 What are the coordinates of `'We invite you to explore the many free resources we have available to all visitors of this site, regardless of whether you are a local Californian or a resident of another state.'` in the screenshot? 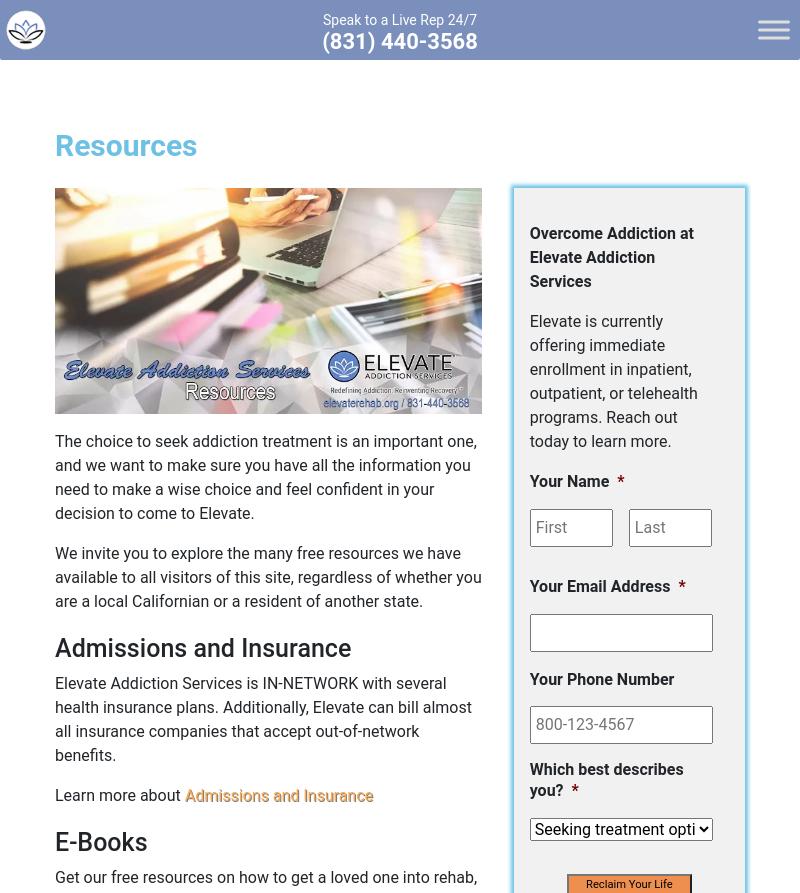 It's located at (268, 575).